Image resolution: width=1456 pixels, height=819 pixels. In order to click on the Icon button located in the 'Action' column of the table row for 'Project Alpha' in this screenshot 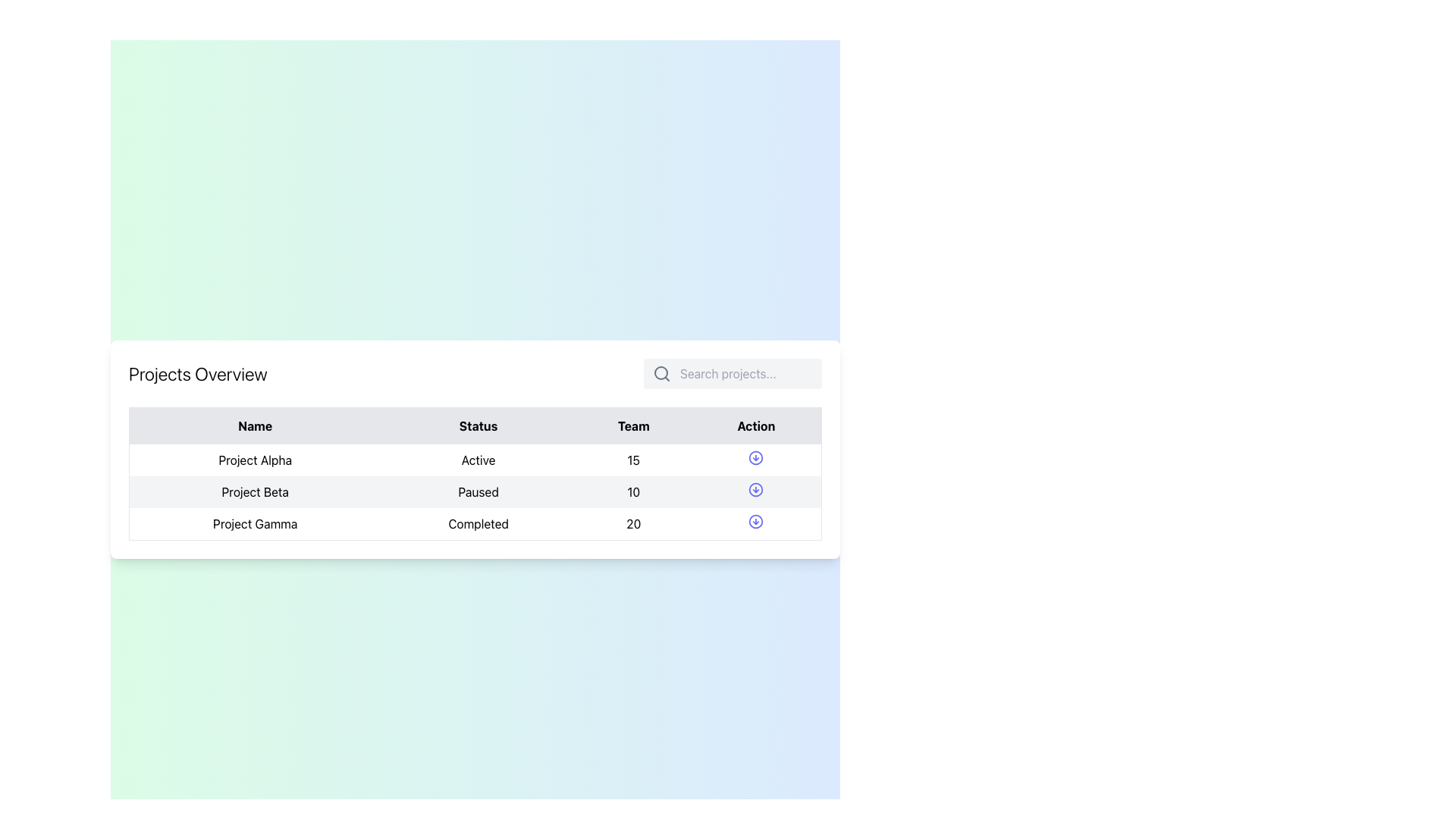, I will do `click(756, 459)`.